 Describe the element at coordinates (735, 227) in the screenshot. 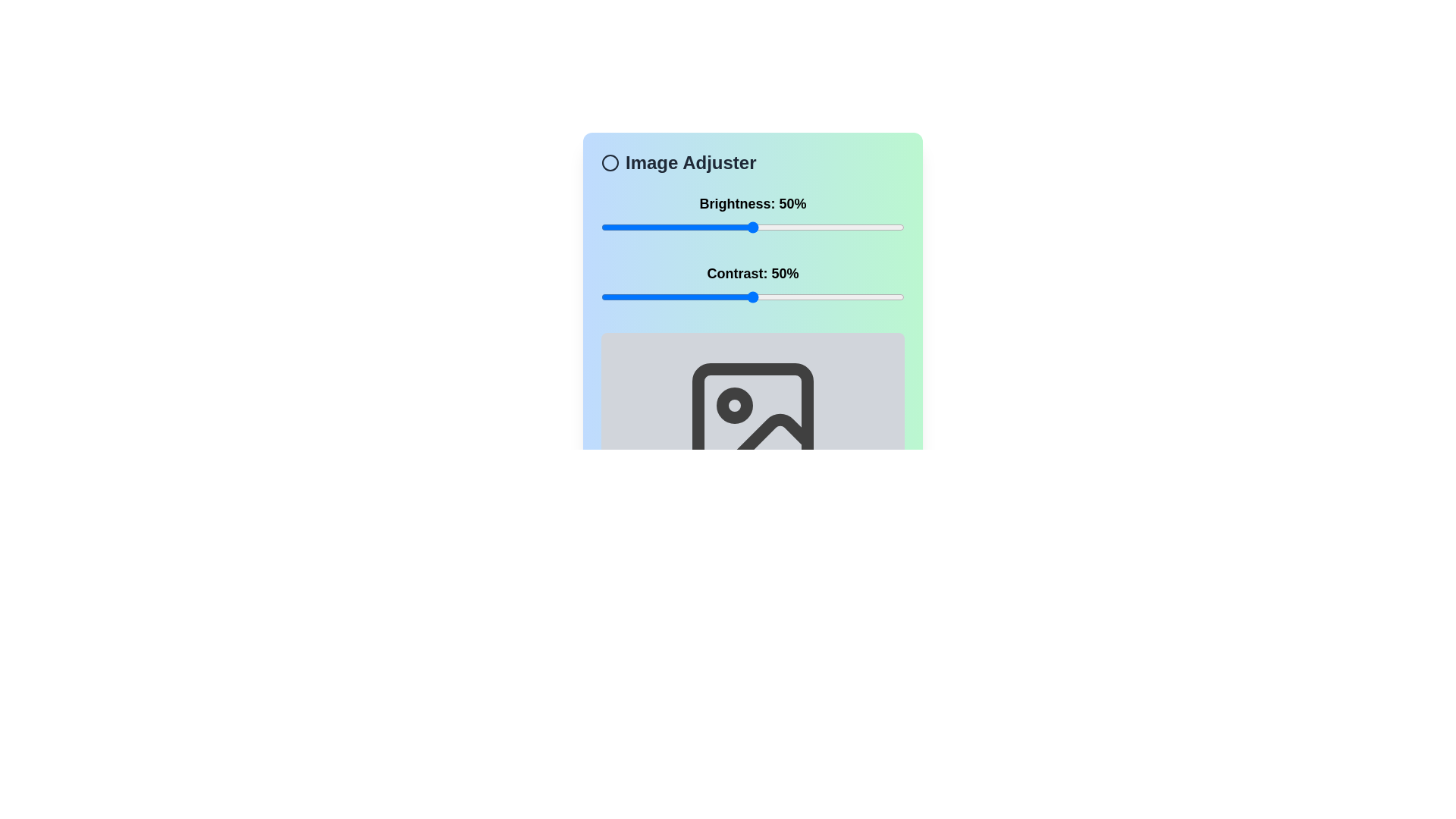

I see `the brightness slider to 44%` at that location.